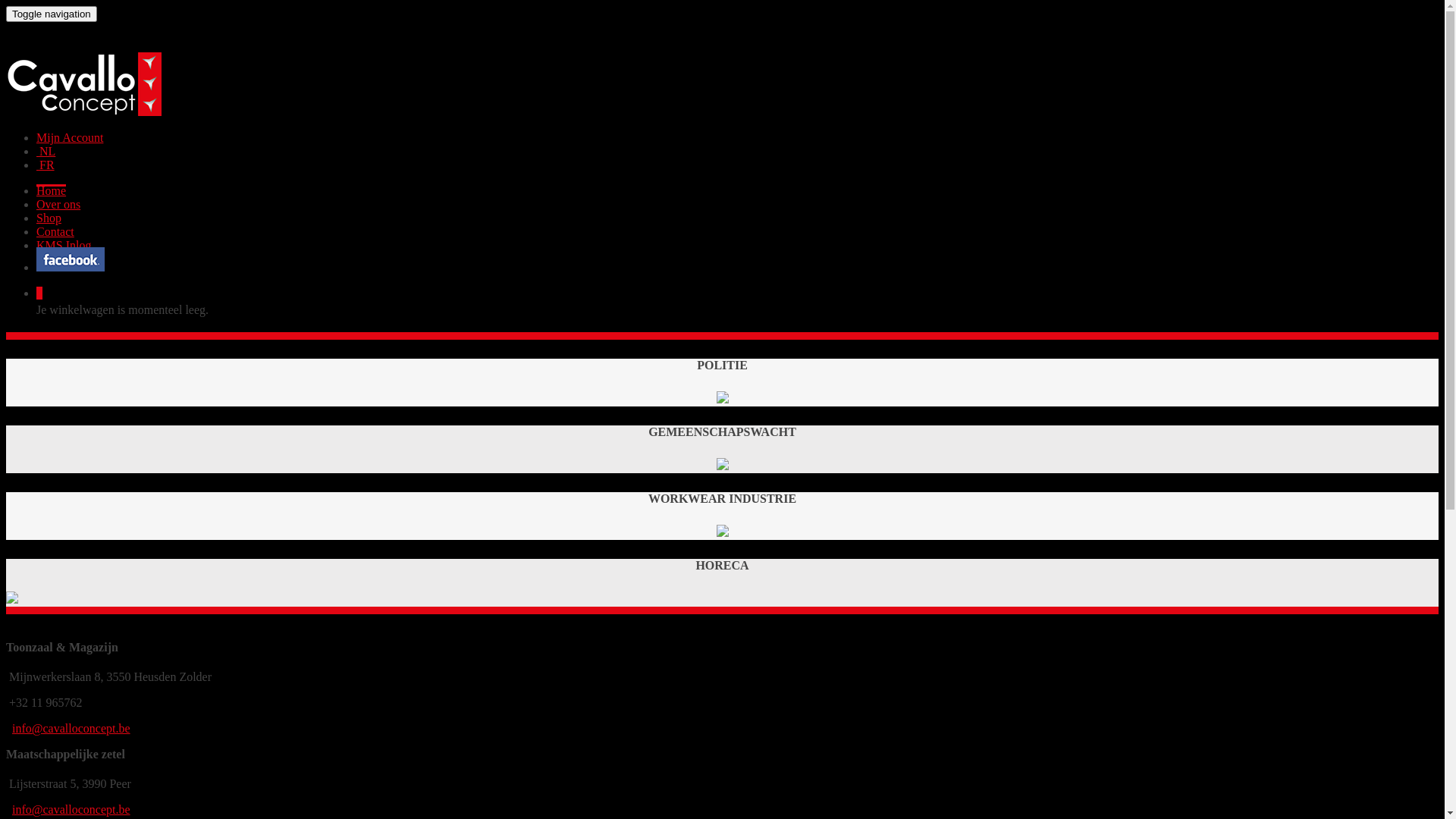 This screenshot has height=819, width=1456. What do you see at coordinates (71, 808) in the screenshot?
I see `'info@cavalloconcept.be'` at bounding box center [71, 808].